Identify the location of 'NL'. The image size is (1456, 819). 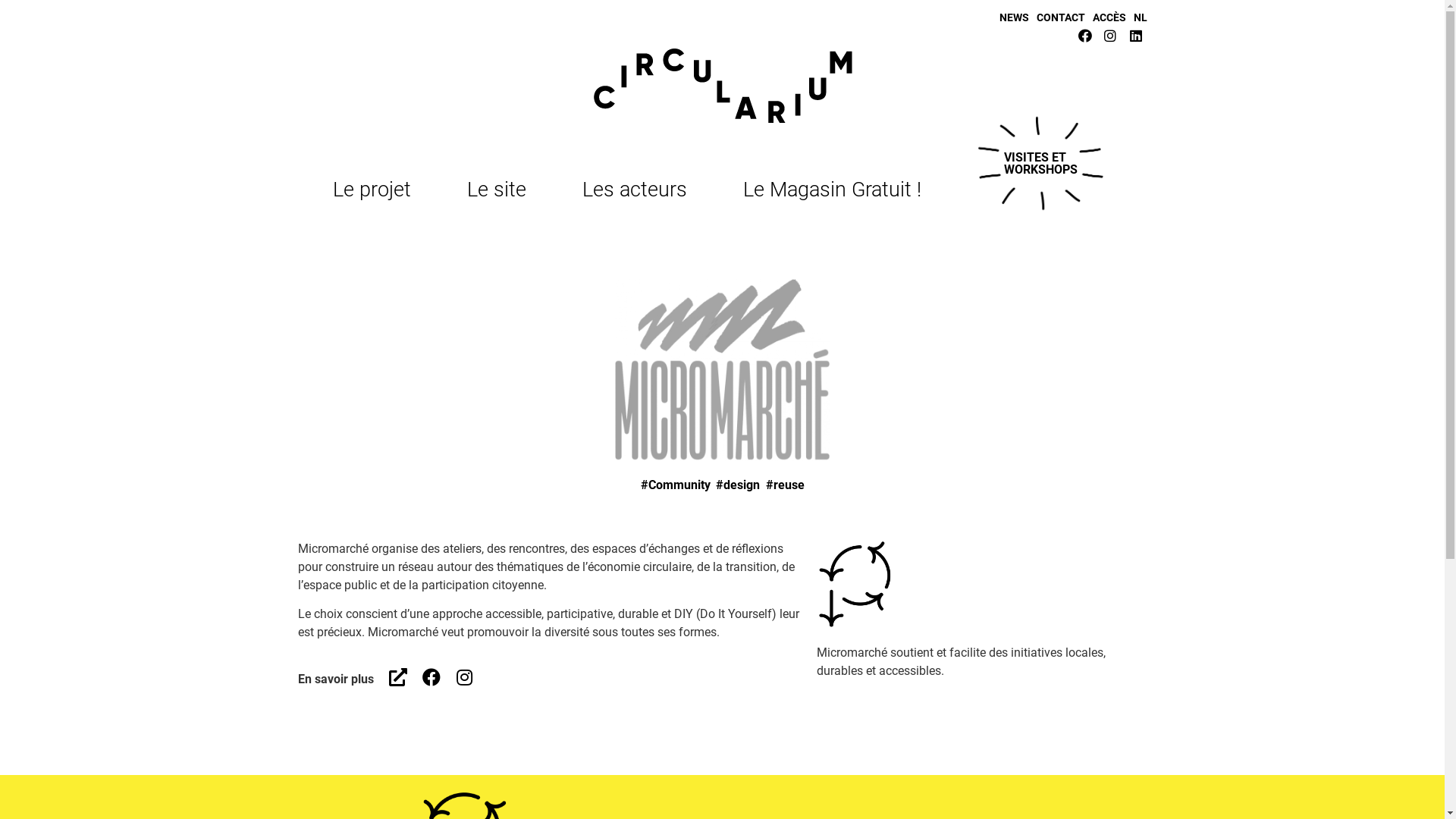
(1139, 17).